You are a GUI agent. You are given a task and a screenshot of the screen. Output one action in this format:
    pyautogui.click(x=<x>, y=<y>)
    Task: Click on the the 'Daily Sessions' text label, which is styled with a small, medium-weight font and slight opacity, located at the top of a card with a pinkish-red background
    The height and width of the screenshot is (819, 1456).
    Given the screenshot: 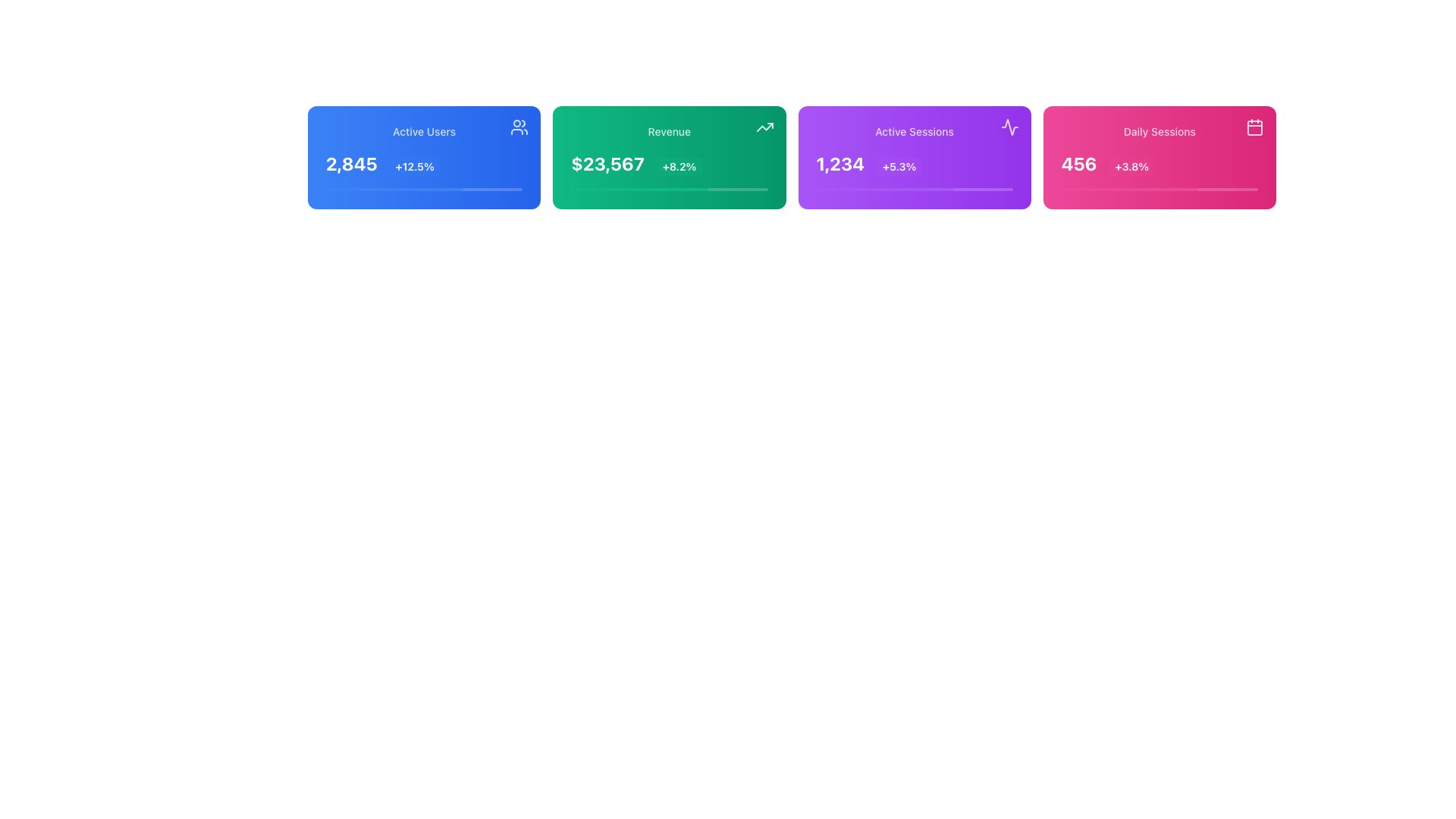 What is the action you would take?
    pyautogui.click(x=1159, y=130)
    